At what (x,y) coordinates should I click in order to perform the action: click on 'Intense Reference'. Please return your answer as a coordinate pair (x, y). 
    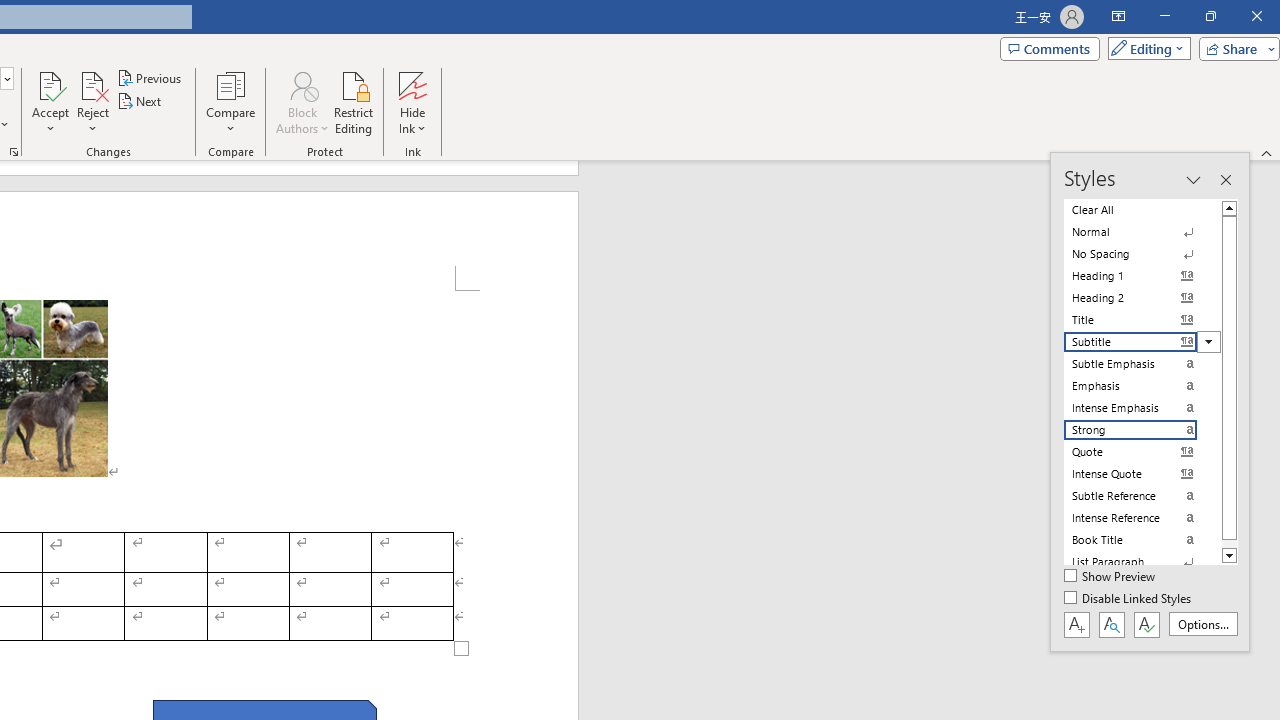
    Looking at the image, I should click on (1142, 517).